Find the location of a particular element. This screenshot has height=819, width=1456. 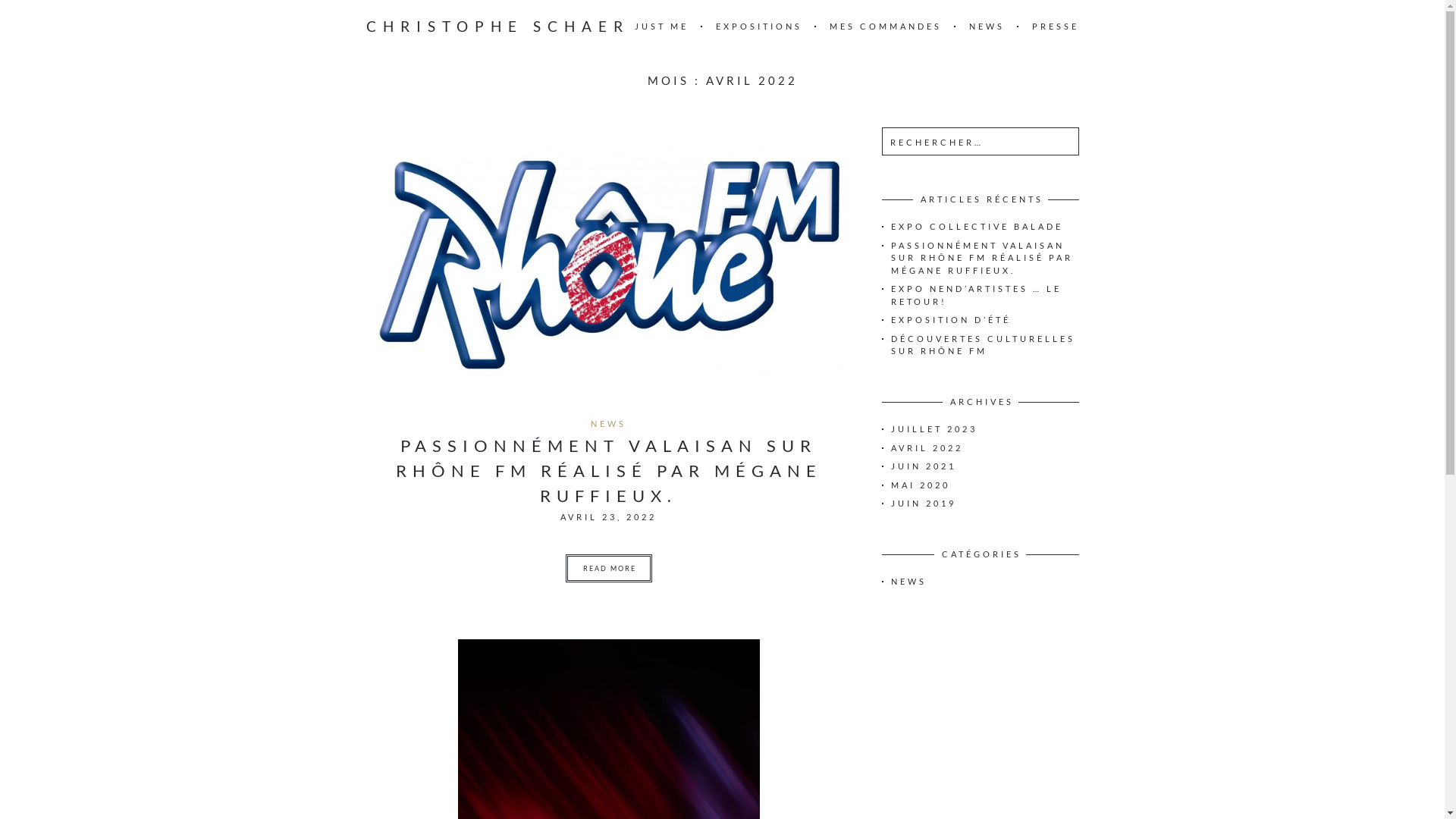

'JUIN 2021' is located at coordinates (890, 465).